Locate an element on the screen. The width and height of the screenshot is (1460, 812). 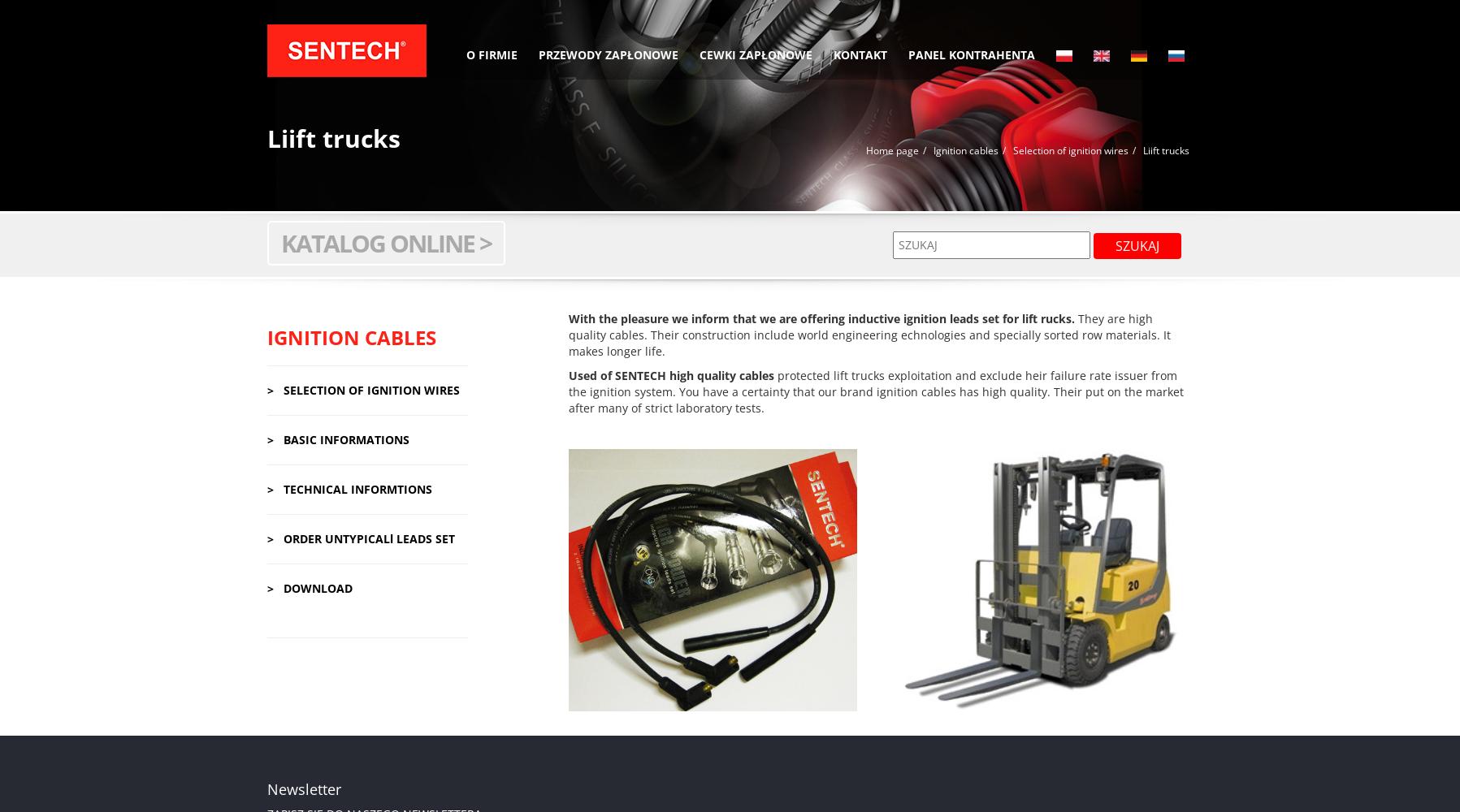
'>   SELECTION OF IGNITION WIRES' is located at coordinates (362, 388).